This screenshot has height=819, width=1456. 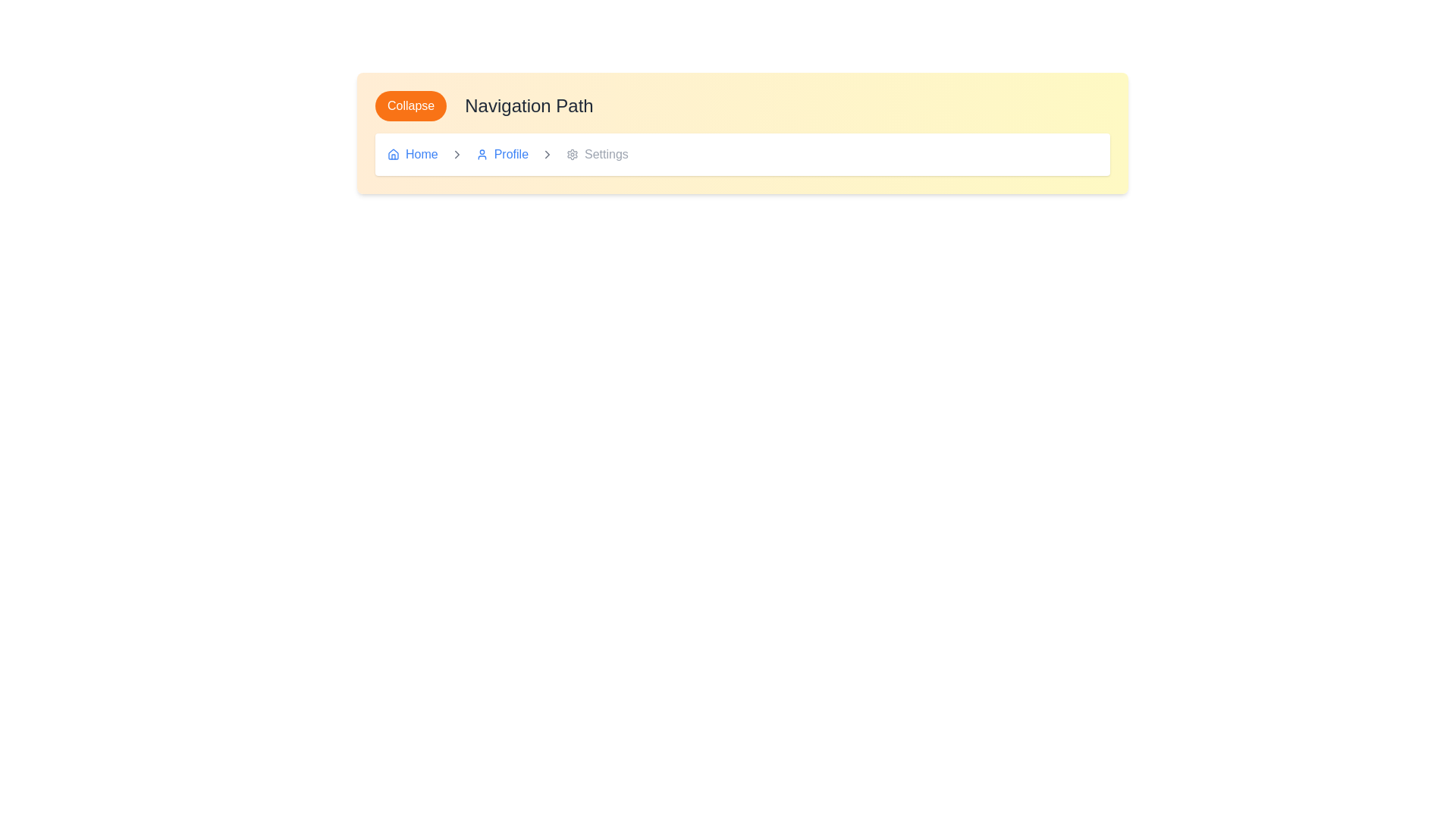 What do you see at coordinates (456, 155) in the screenshot?
I see `right-pointing chevron icon located in the navigation bar between the 'Home' and 'Profile' labels` at bounding box center [456, 155].